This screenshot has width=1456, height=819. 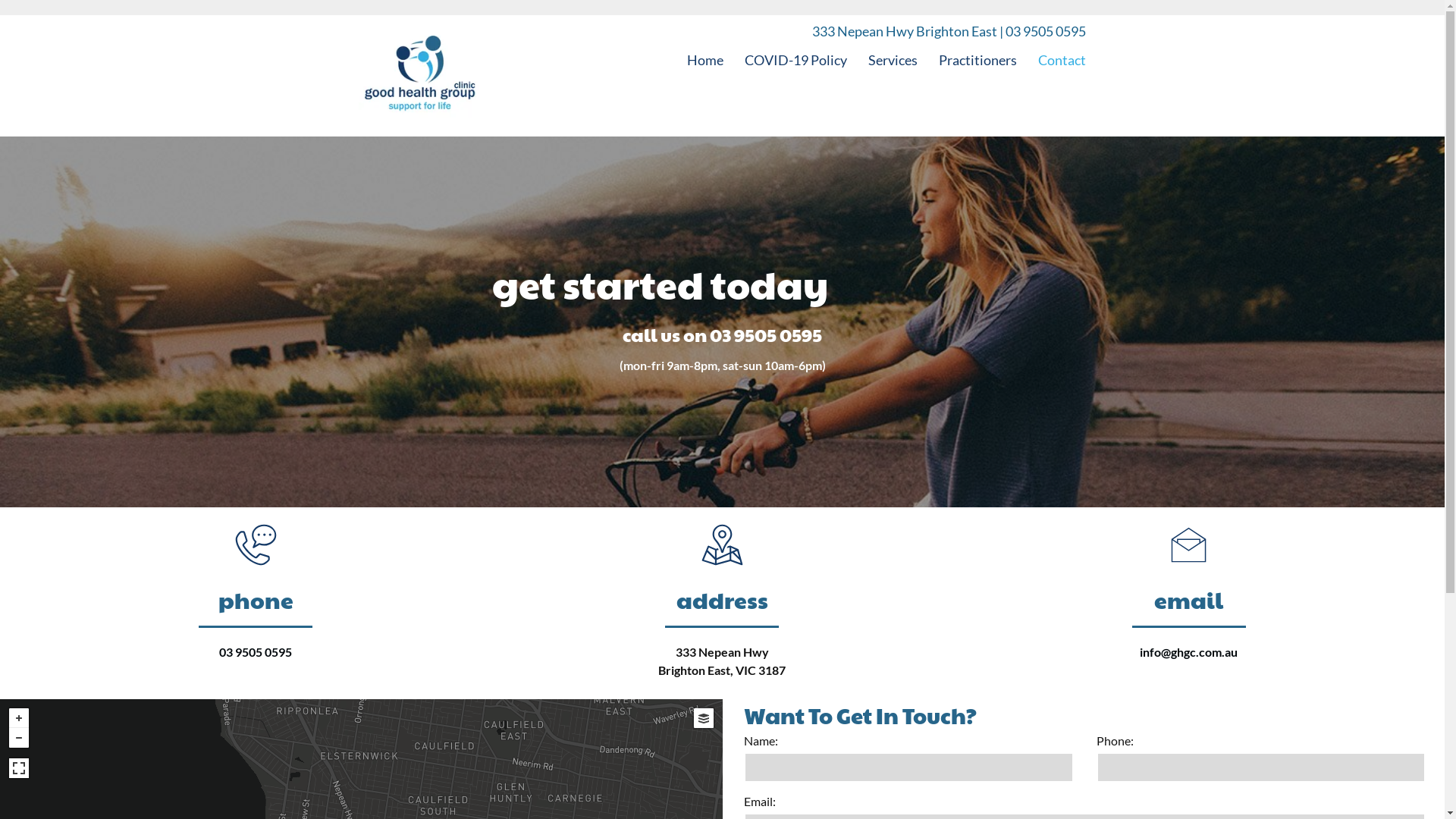 What do you see at coordinates (1159, 543) in the screenshot?
I see `'icon of envelope'` at bounding box center [1159, 543].